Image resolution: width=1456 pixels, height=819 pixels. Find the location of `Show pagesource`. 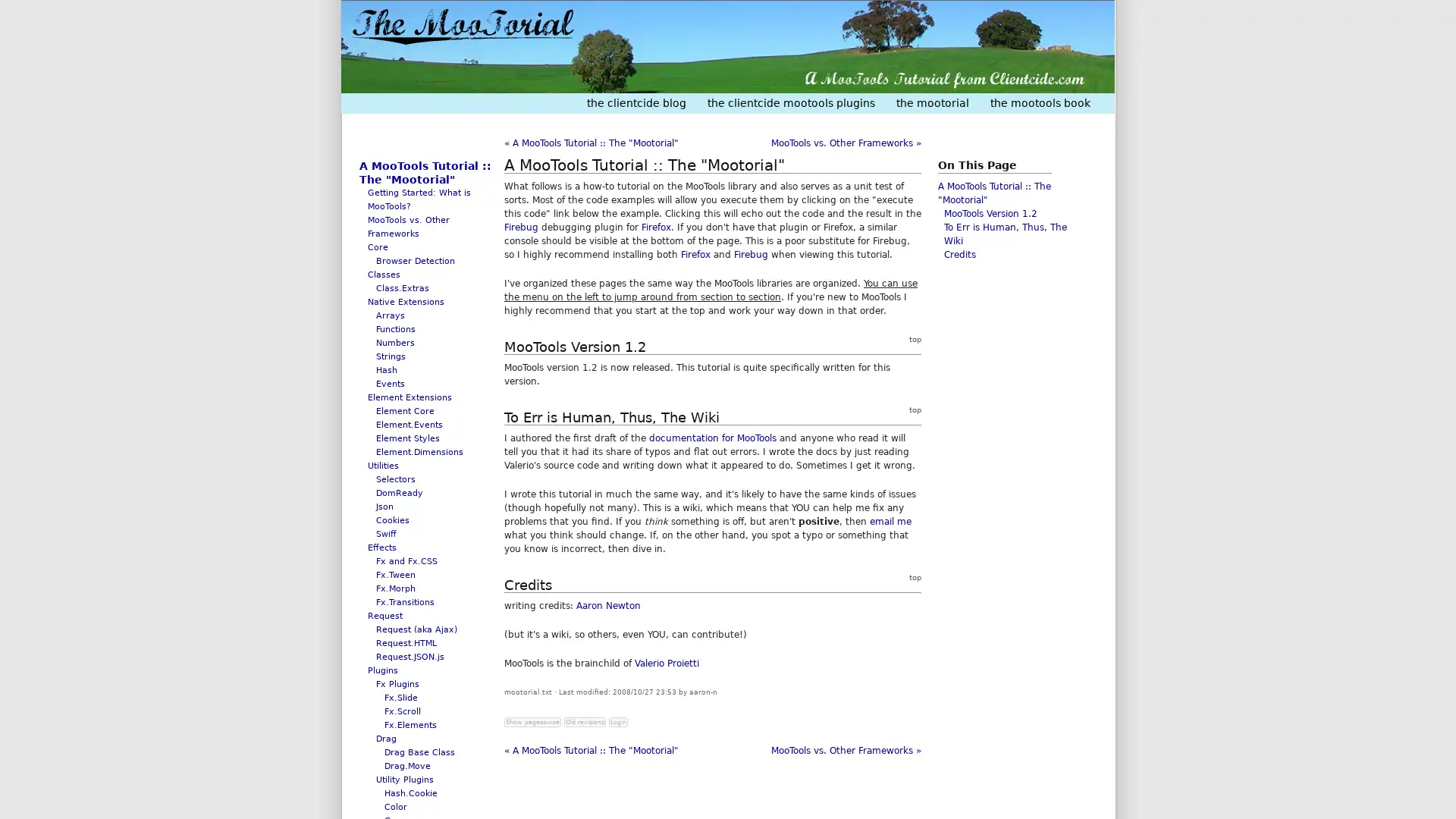

Show pagesource is located at coordinates (532, 721).